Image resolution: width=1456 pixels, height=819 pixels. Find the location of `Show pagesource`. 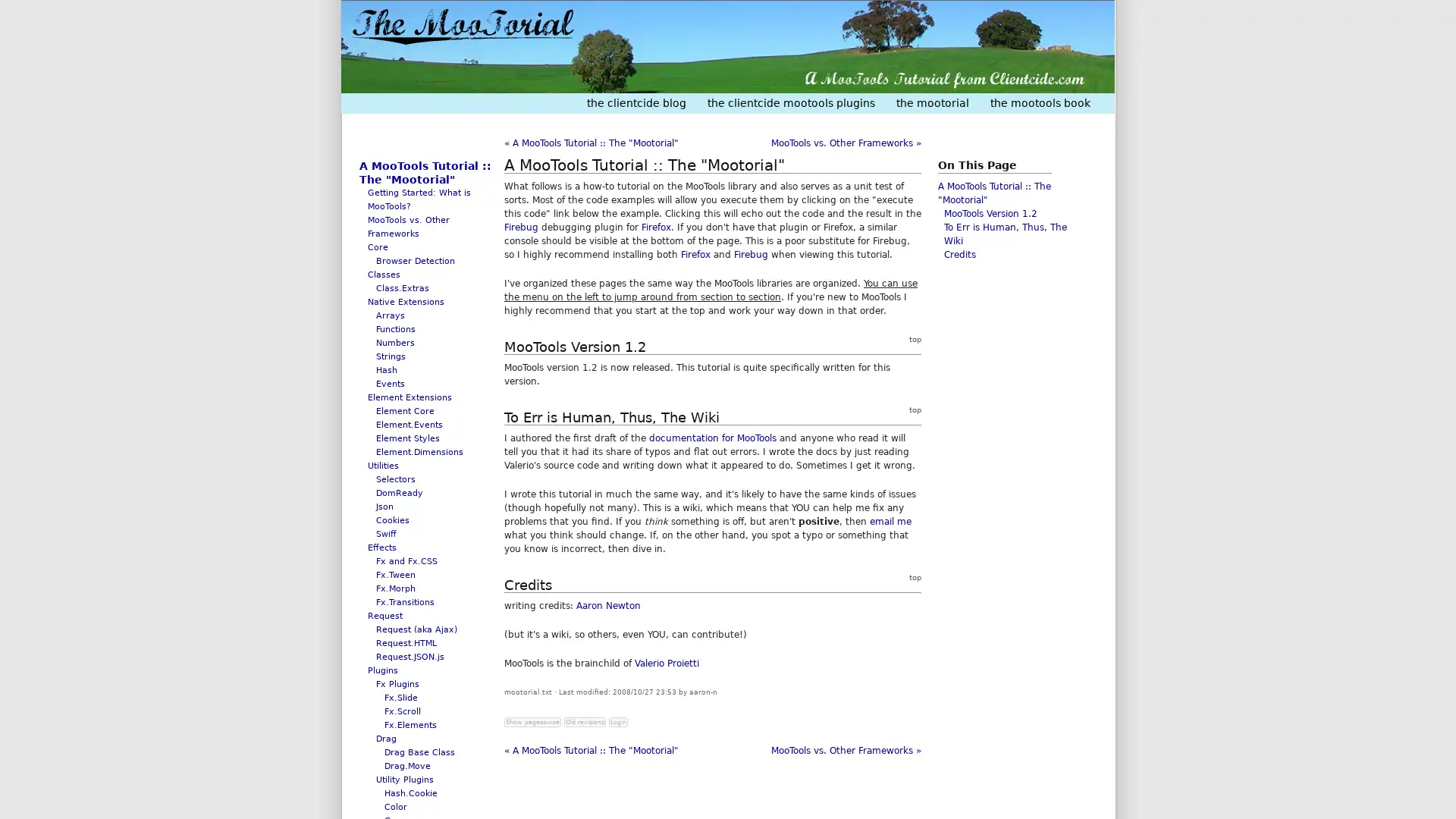

Show pagesource is located at coordinates (532, 721).